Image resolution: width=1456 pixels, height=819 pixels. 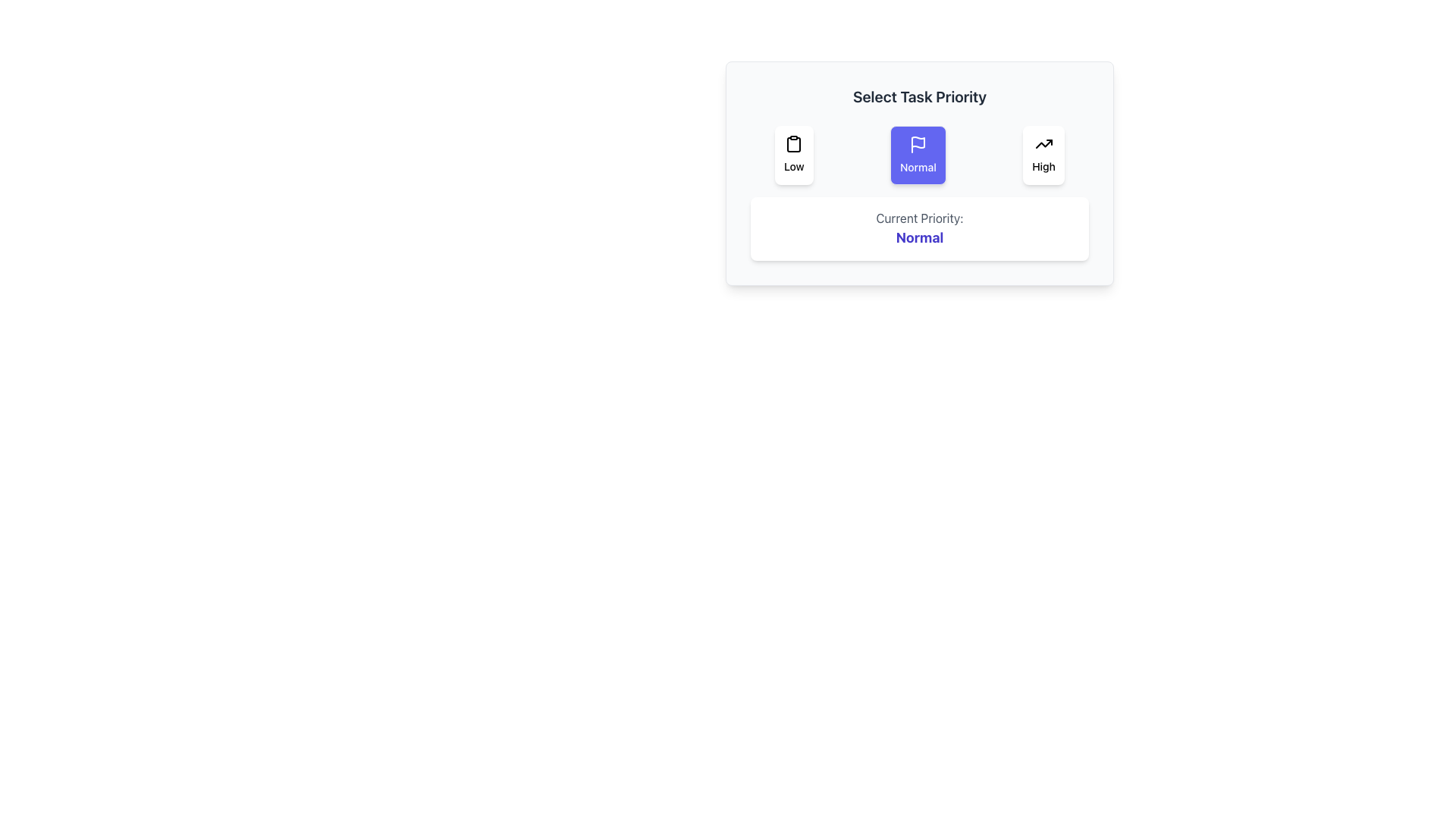 I want to click on the 'Low' priority button in the 'Select Task Priority' section, so click(x=793, y=155).